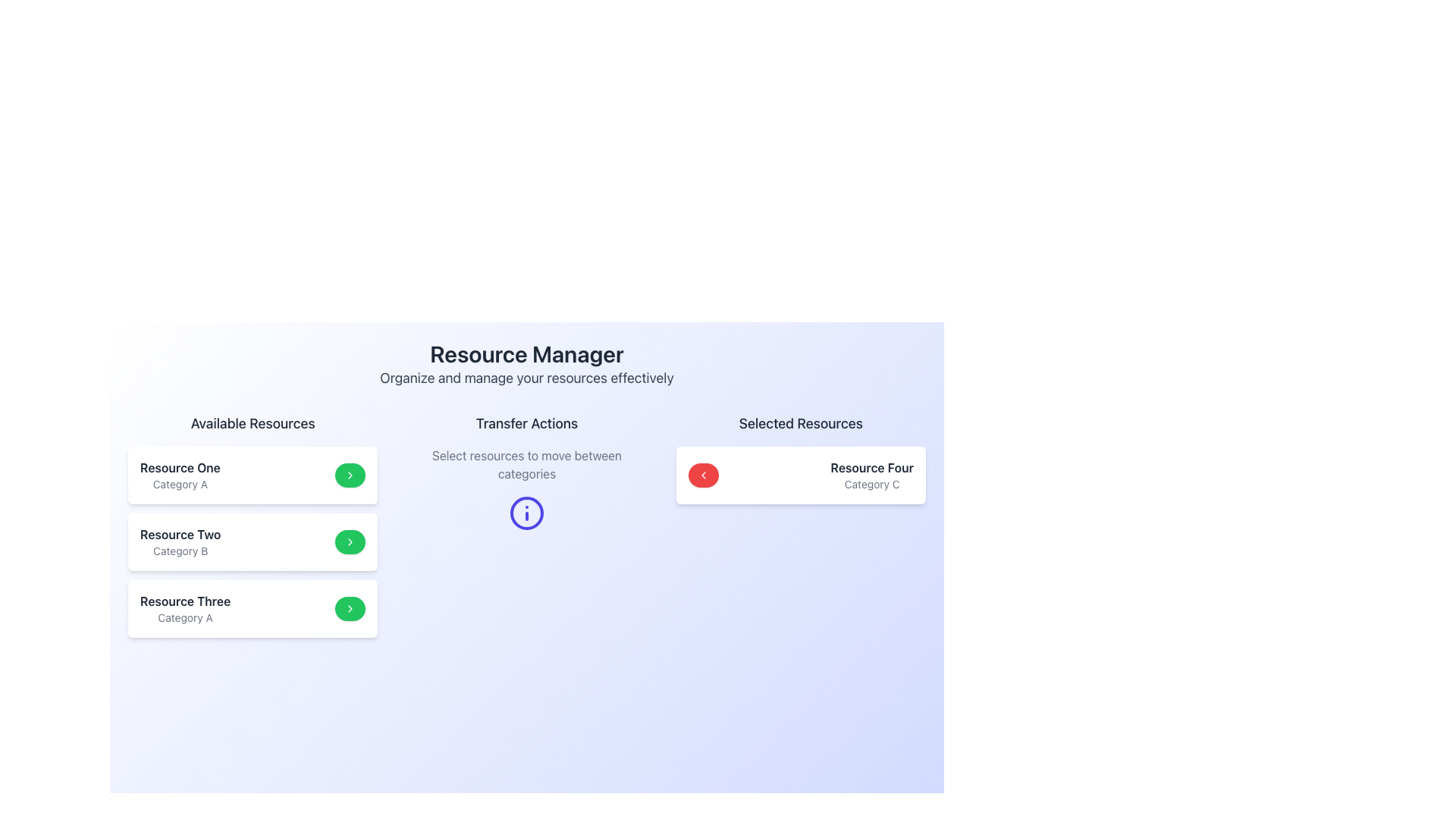 The image size is (1456, 819). Describe the element at coordinates (253, 424) in the screenshot. I see `the heading element that indicates the section containing available resources, located above the list of resource cards` at that location.